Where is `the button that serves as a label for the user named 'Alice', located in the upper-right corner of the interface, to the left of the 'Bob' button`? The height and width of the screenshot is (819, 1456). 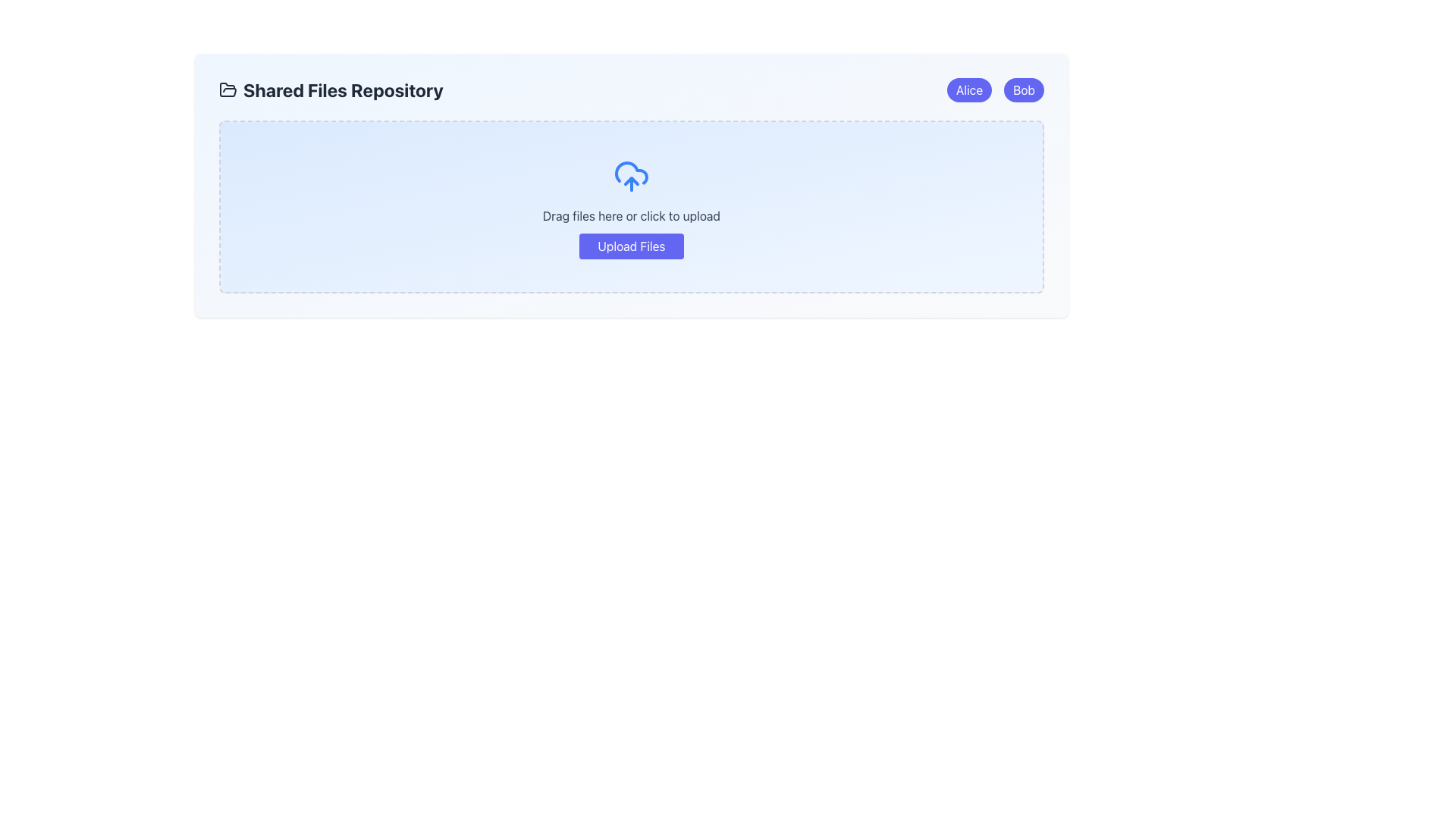 the button that serves as a label for the user named 'Alice', located in the upper-right corner of the interface, to the left of the 'Bob' button is located at coordinates (968, 90).